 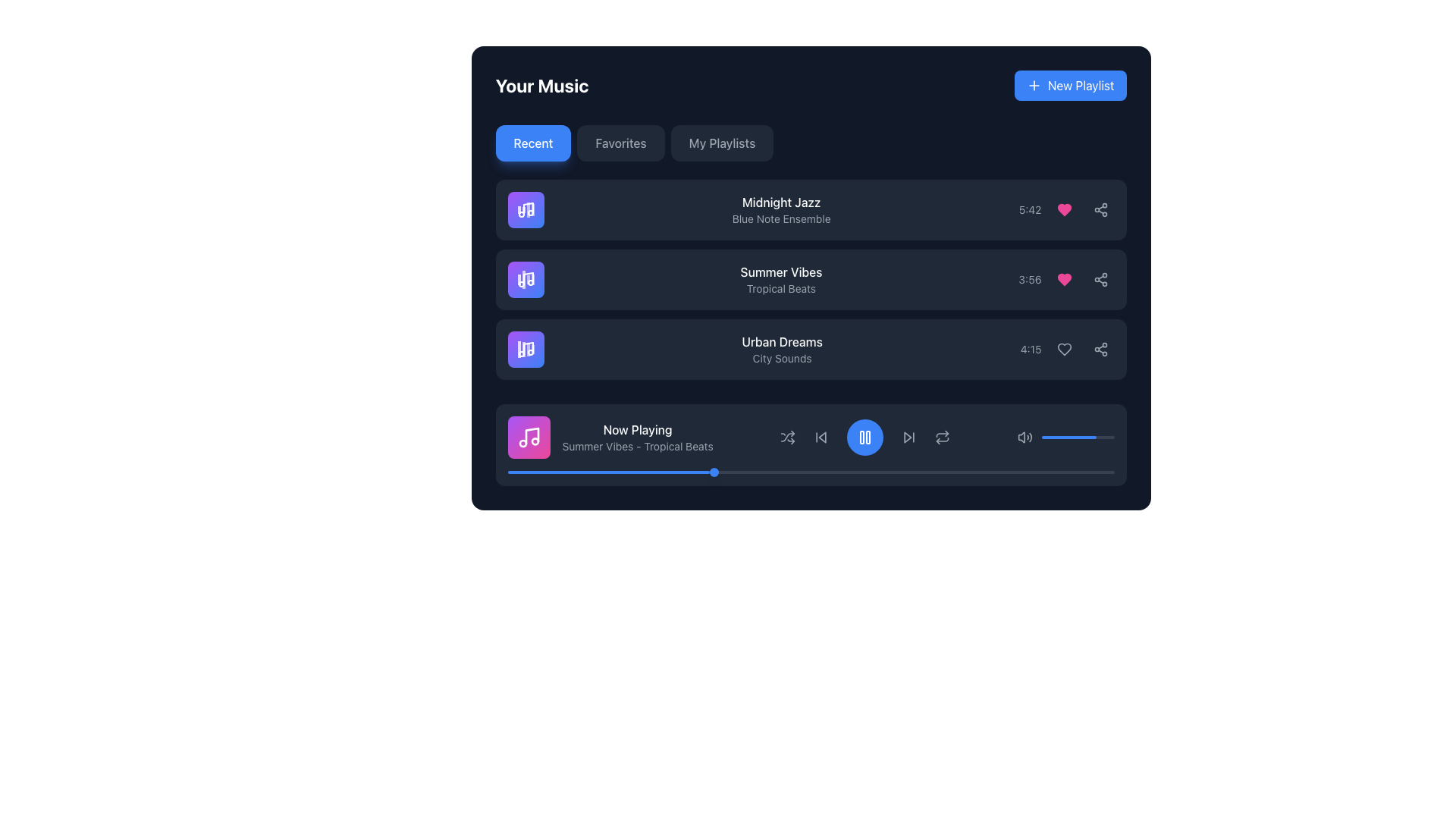 I want to click on the first music track in the 'Your Music' list, so click(x=810, y=210).